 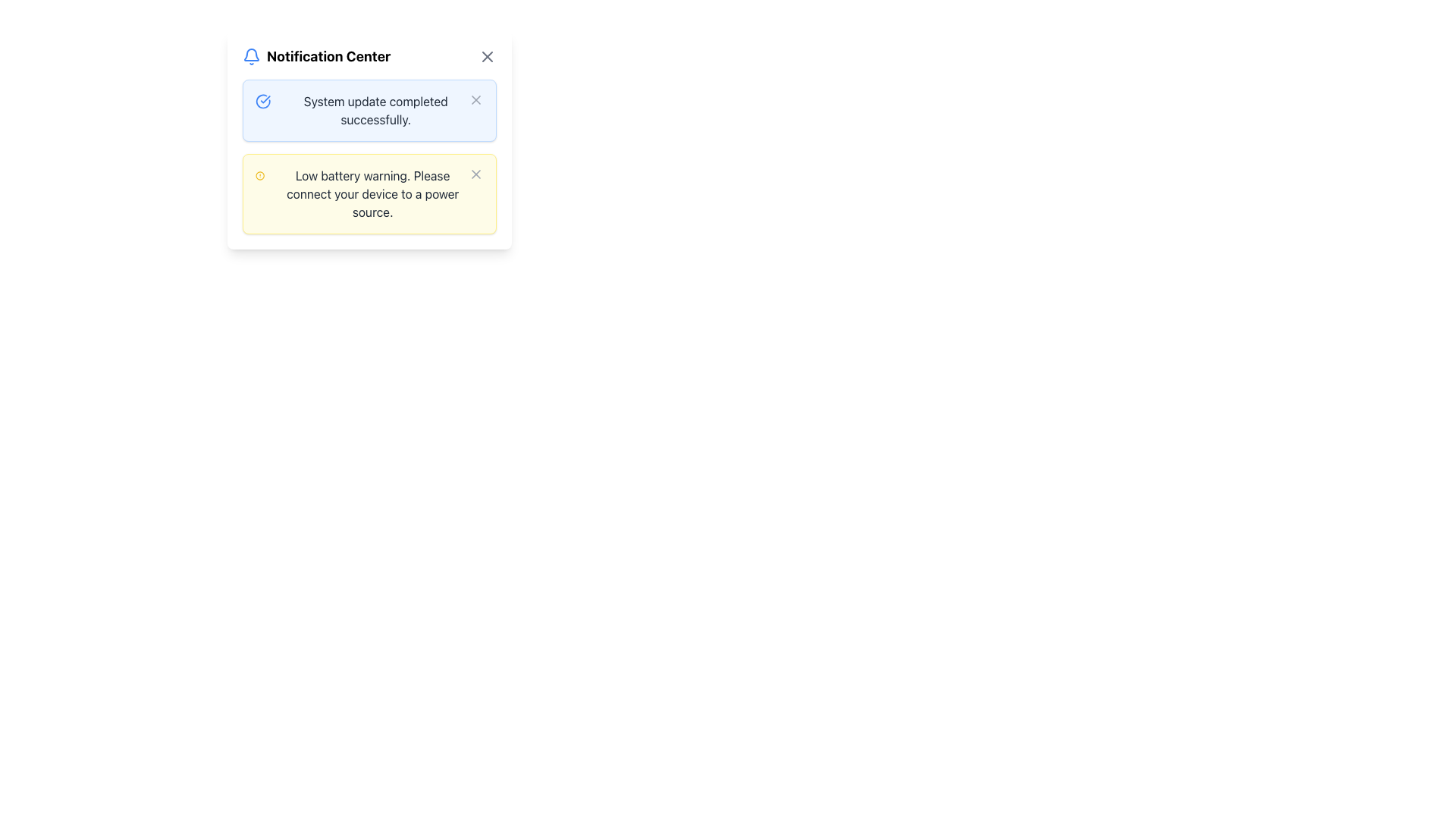 I want to click on the alert icon located to the left of the 'Low battery warning. Please connect your device to a power source.' text in the Notification Center, so click(x=260, y=174).